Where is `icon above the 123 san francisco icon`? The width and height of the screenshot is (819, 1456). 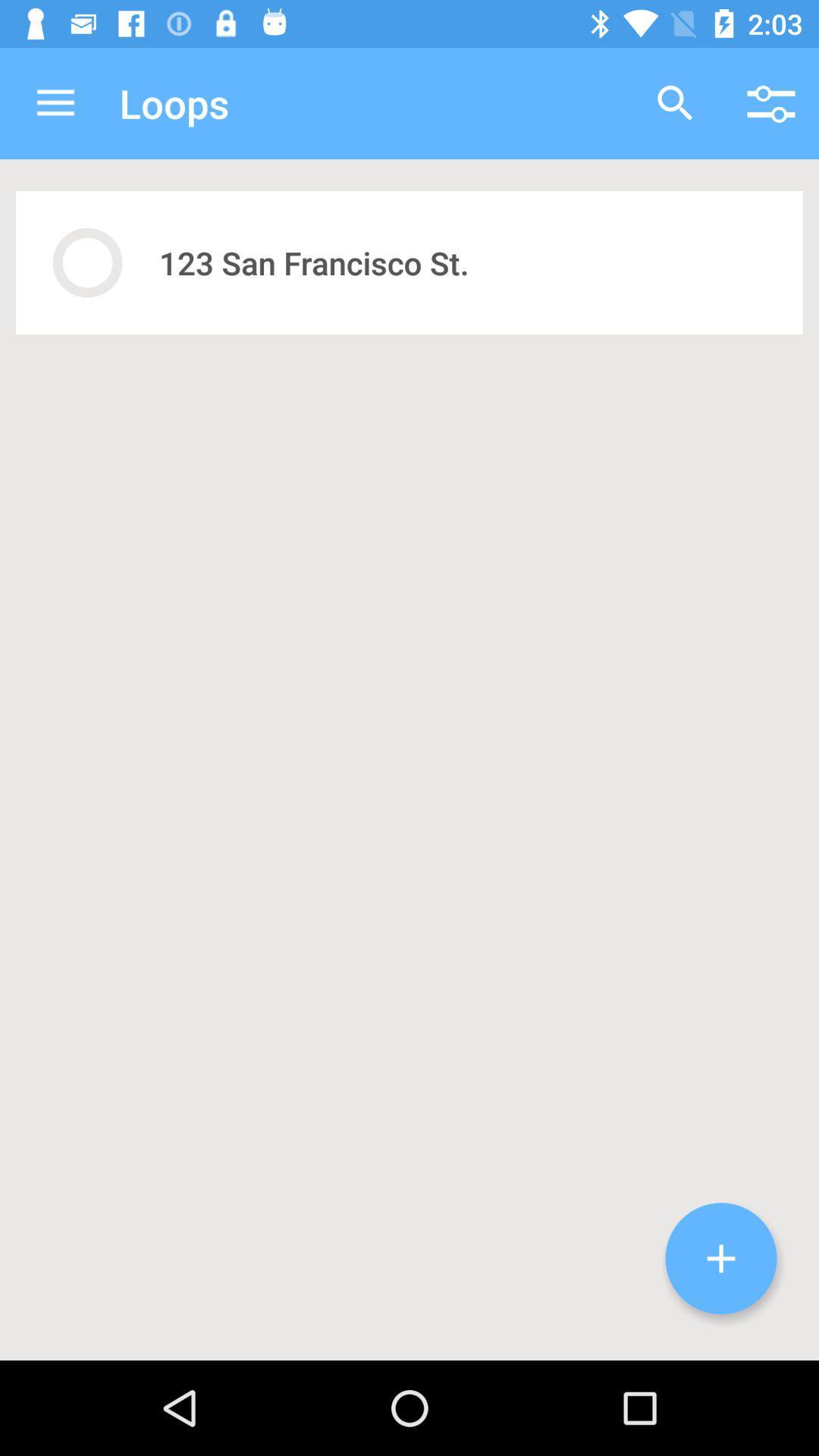
icon above the 123 san francisco icon is located at coordinates (771, 102).